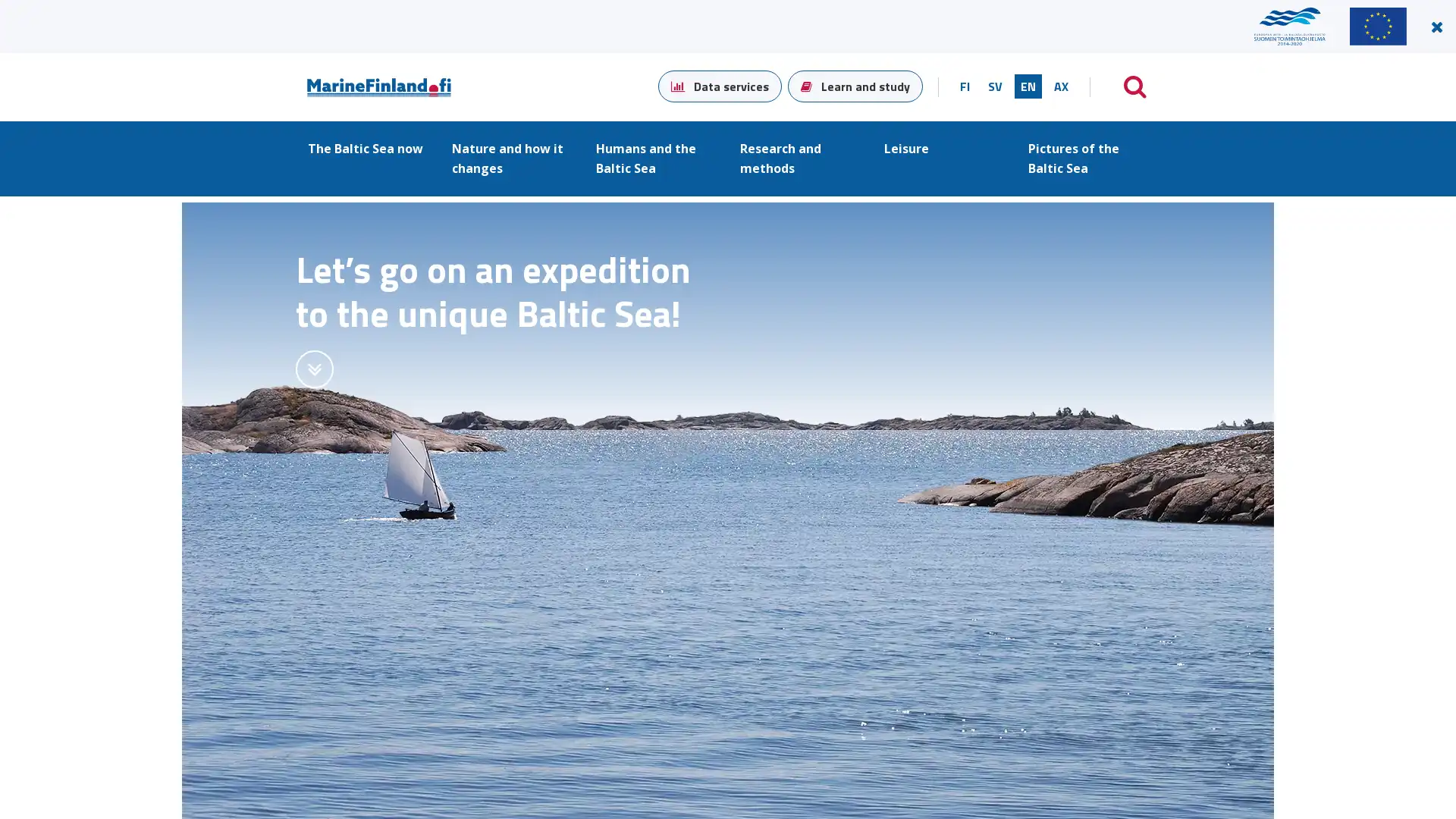 This screenshot has width=1456, height=819. What do you see at coordinates (313, 369) in the screenshot?
I see `Siirry seuraavaan osioon` at bounding box center [313, 369].